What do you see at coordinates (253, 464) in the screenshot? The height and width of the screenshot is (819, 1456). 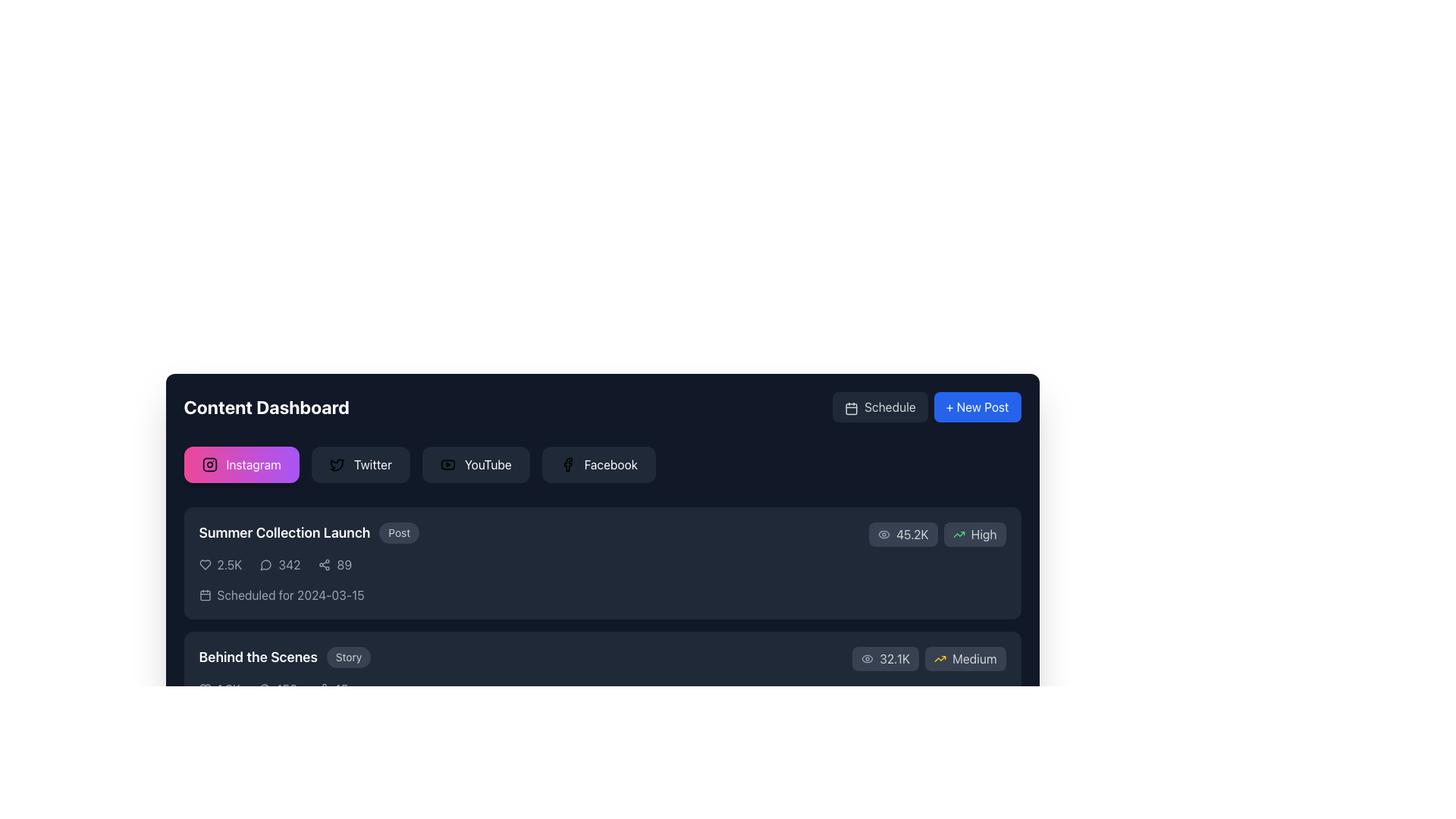 I see `the 'Instagram' text label, which is part of a button with a gradient background and located next to the Instagram logo` at bounding box center [253, 464].